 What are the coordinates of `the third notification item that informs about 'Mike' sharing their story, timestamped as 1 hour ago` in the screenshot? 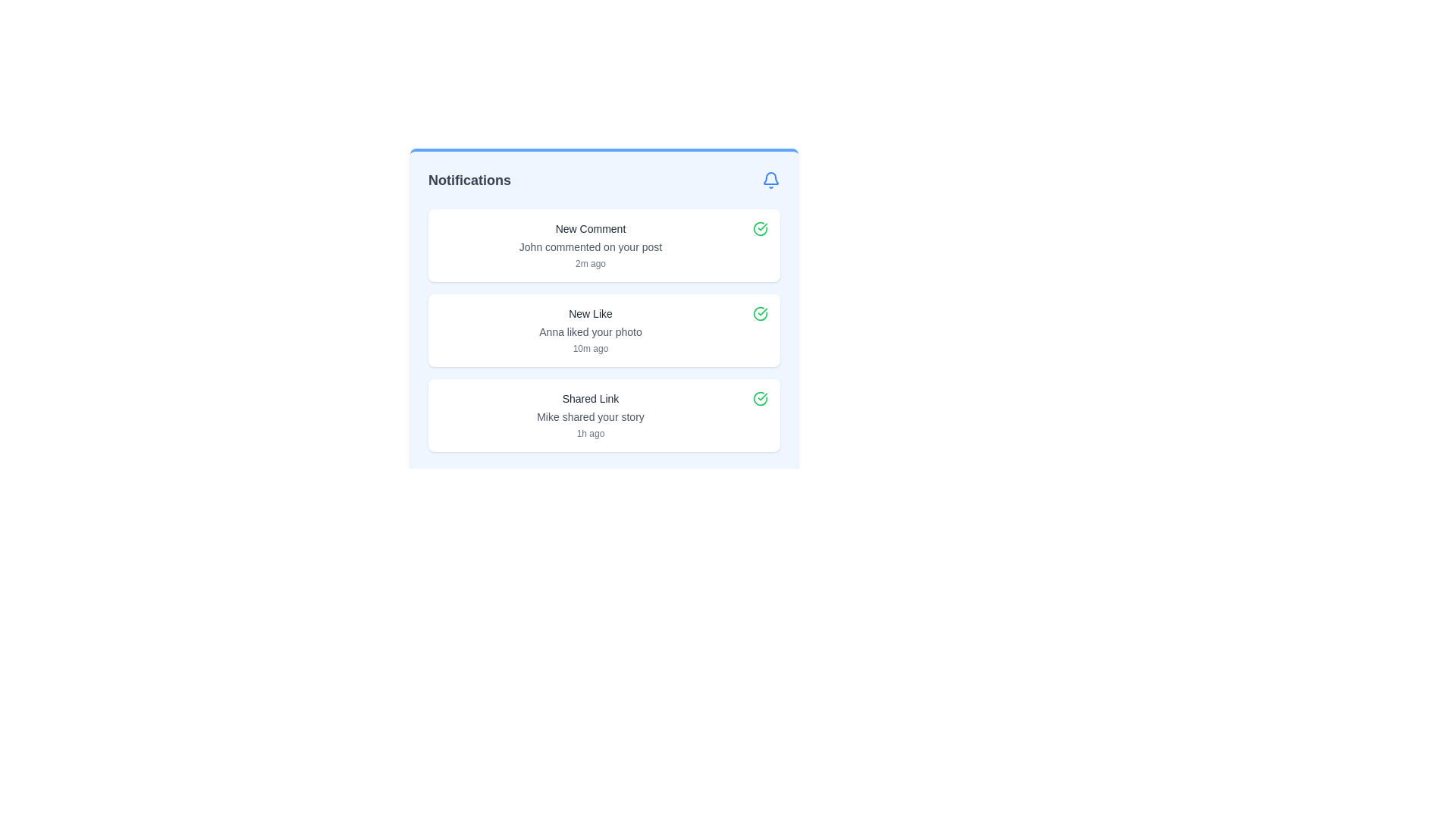 It's located at (603, 415).